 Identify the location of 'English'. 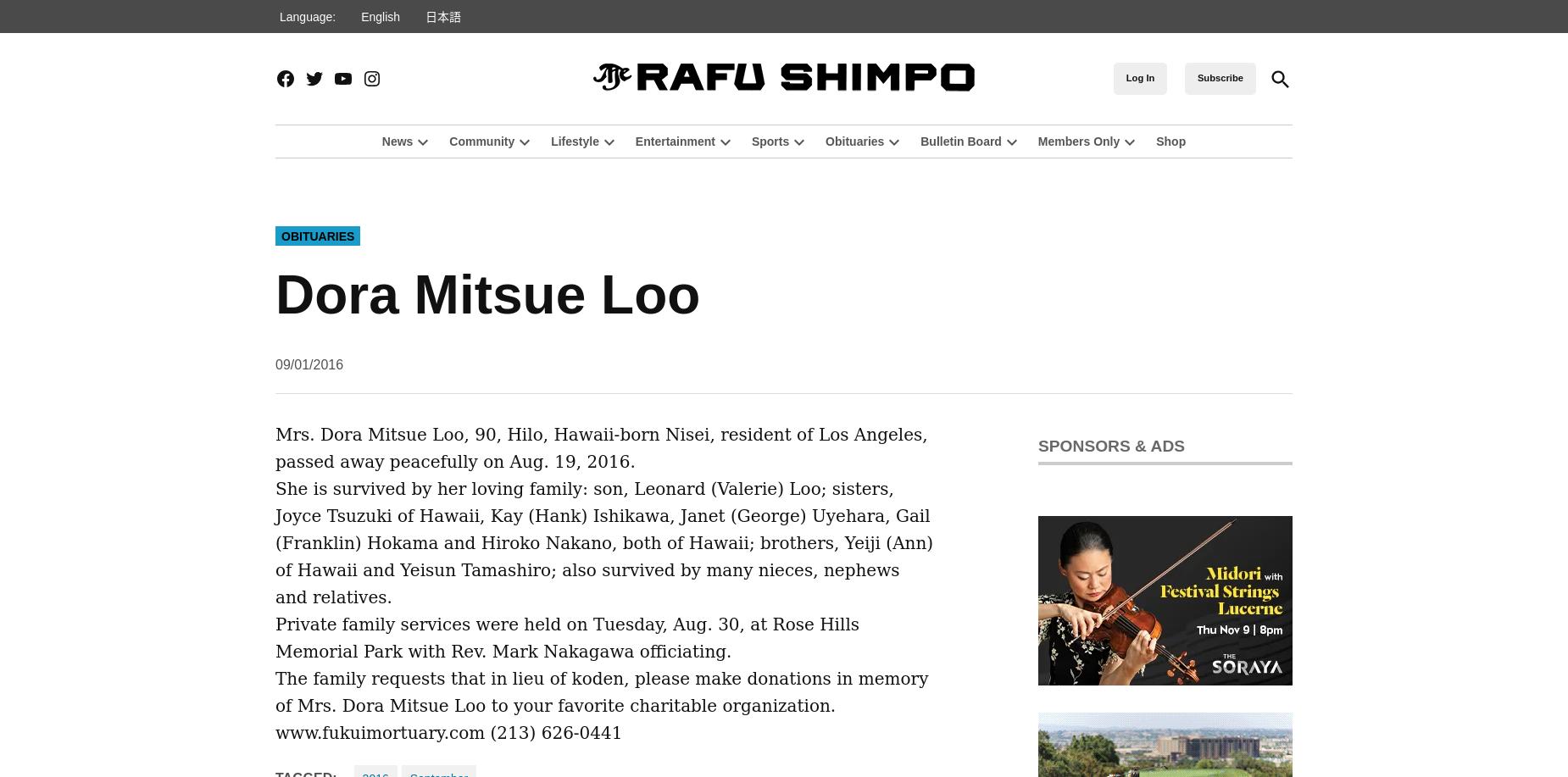
(379, 15).